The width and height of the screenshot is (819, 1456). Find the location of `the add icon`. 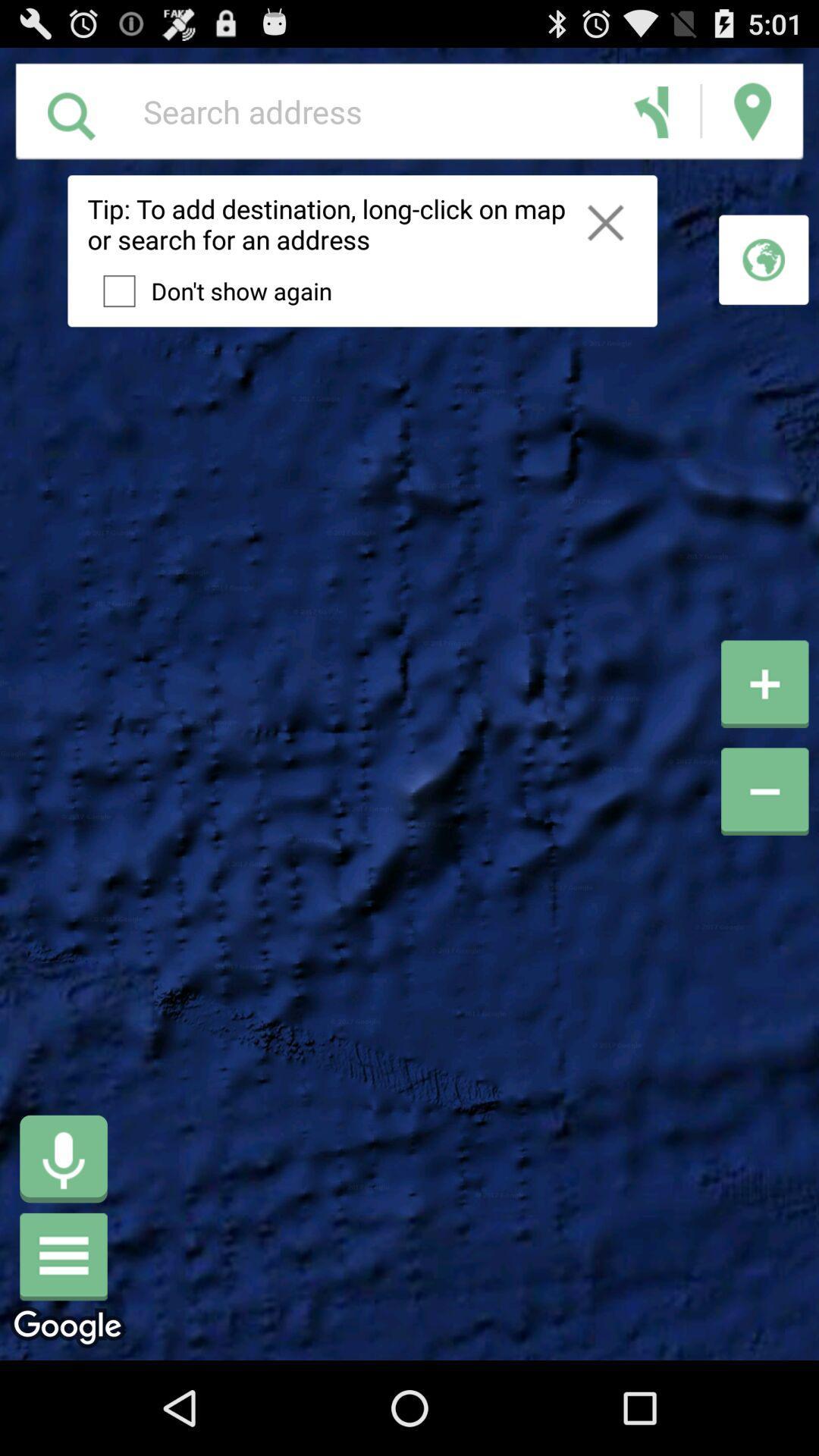

the add icon is located at coordinates (764, 732).